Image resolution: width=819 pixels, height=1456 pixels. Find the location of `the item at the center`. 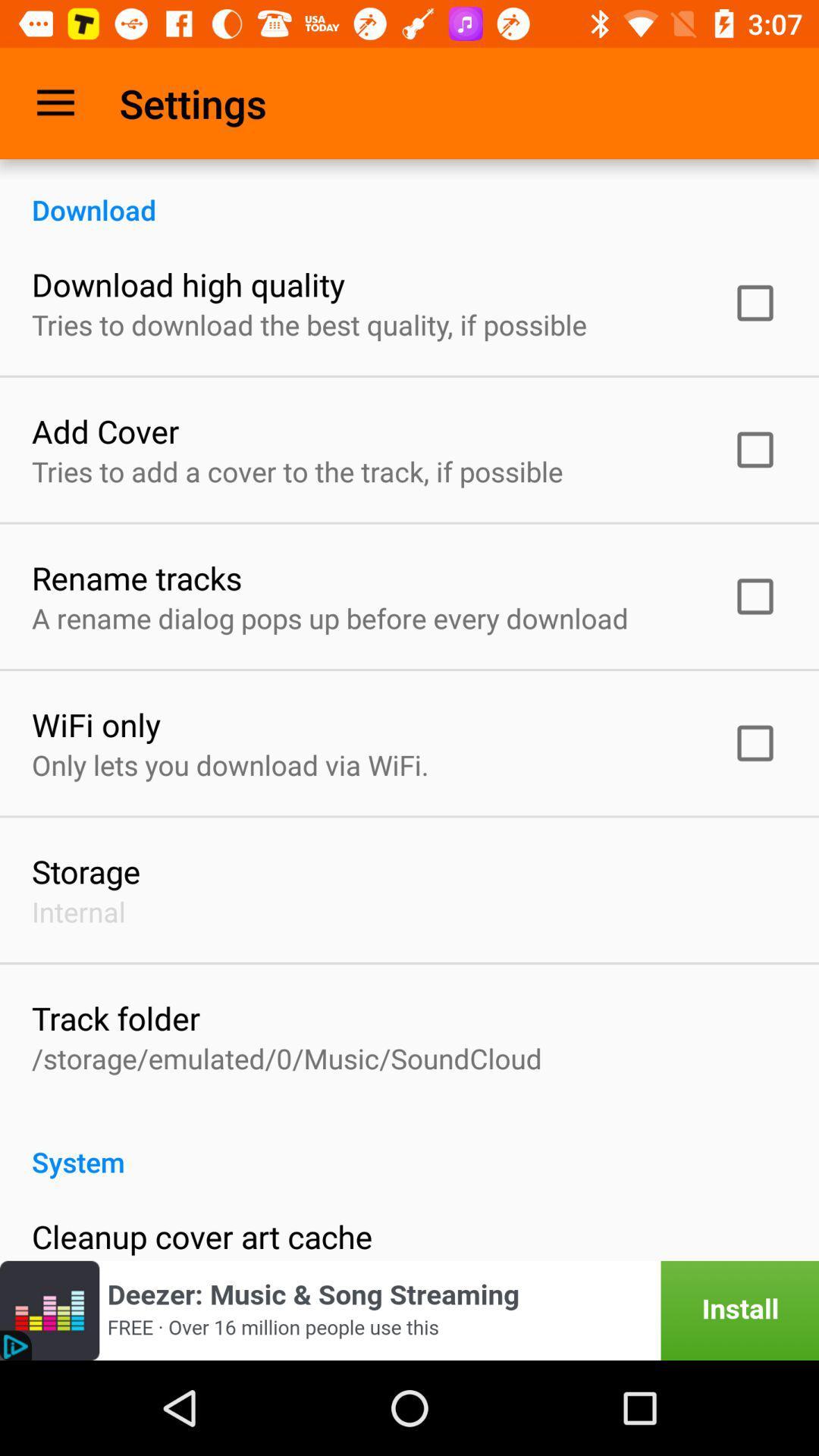

the item at the center is located at coordinates (329, 618).